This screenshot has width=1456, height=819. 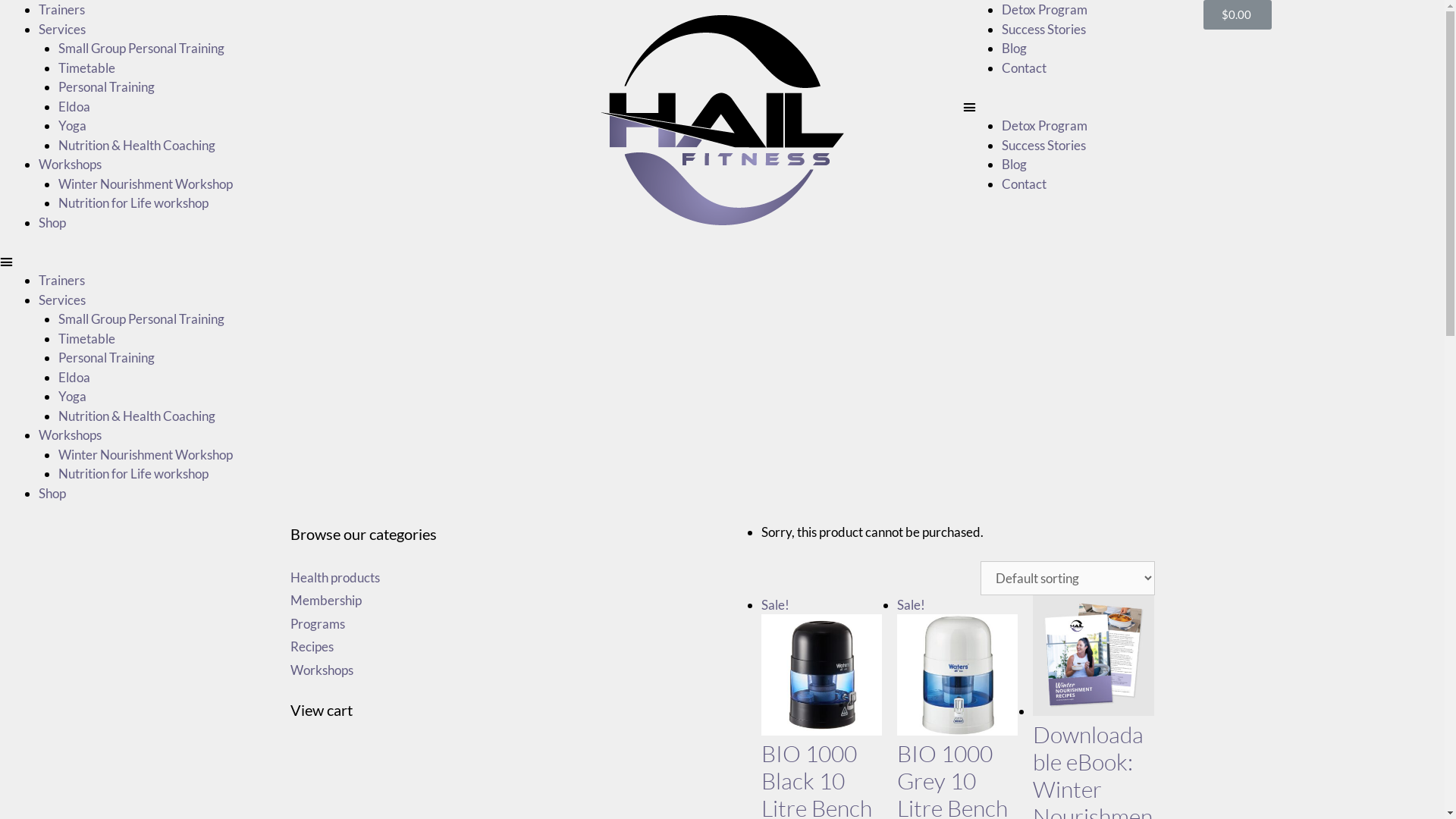 I want to click on 'Winter Nourishment Workshop', so click(x=145, y=453).